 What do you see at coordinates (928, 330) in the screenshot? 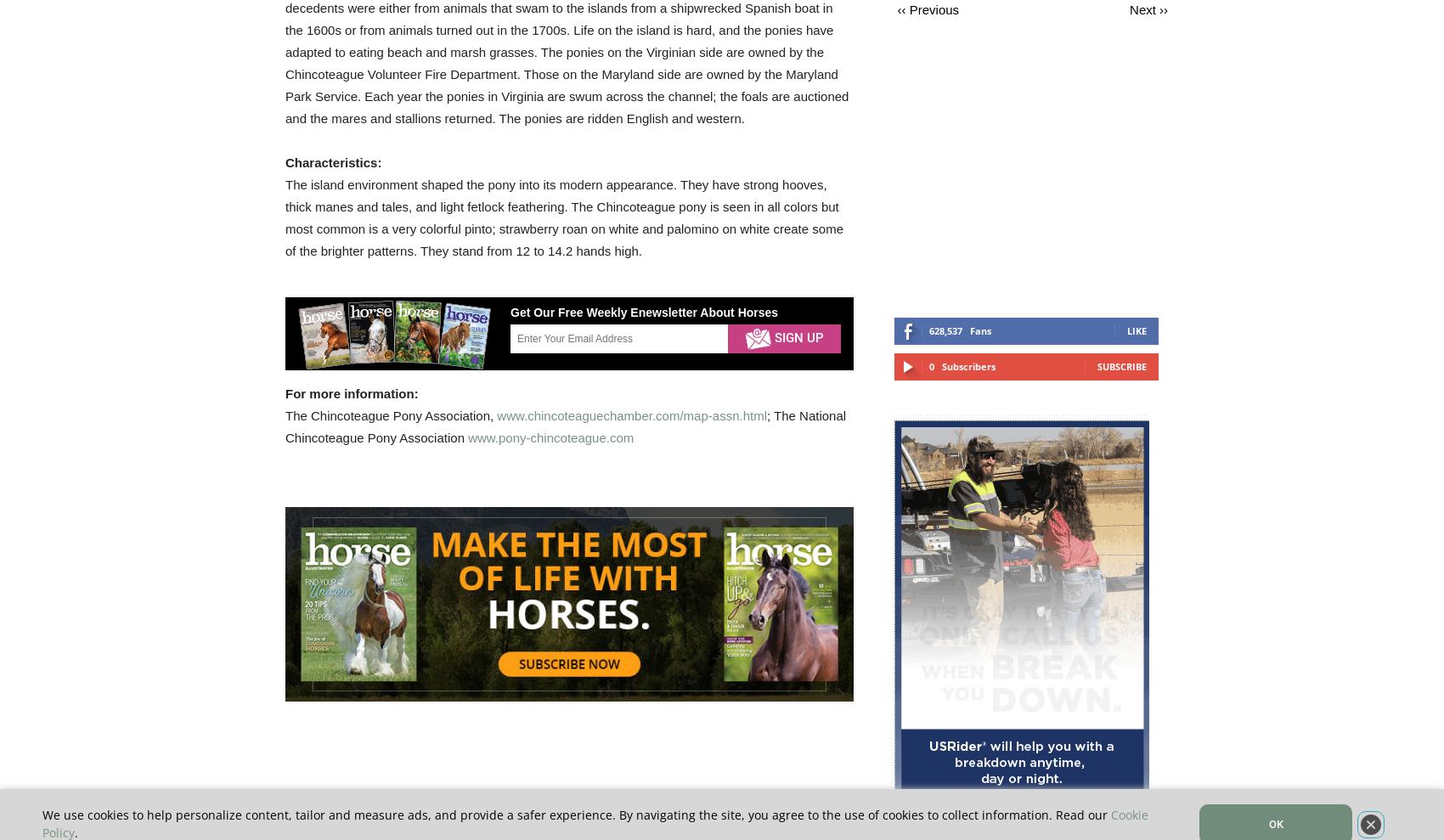
I see `'628,537'` at bounding box center [928, 330].